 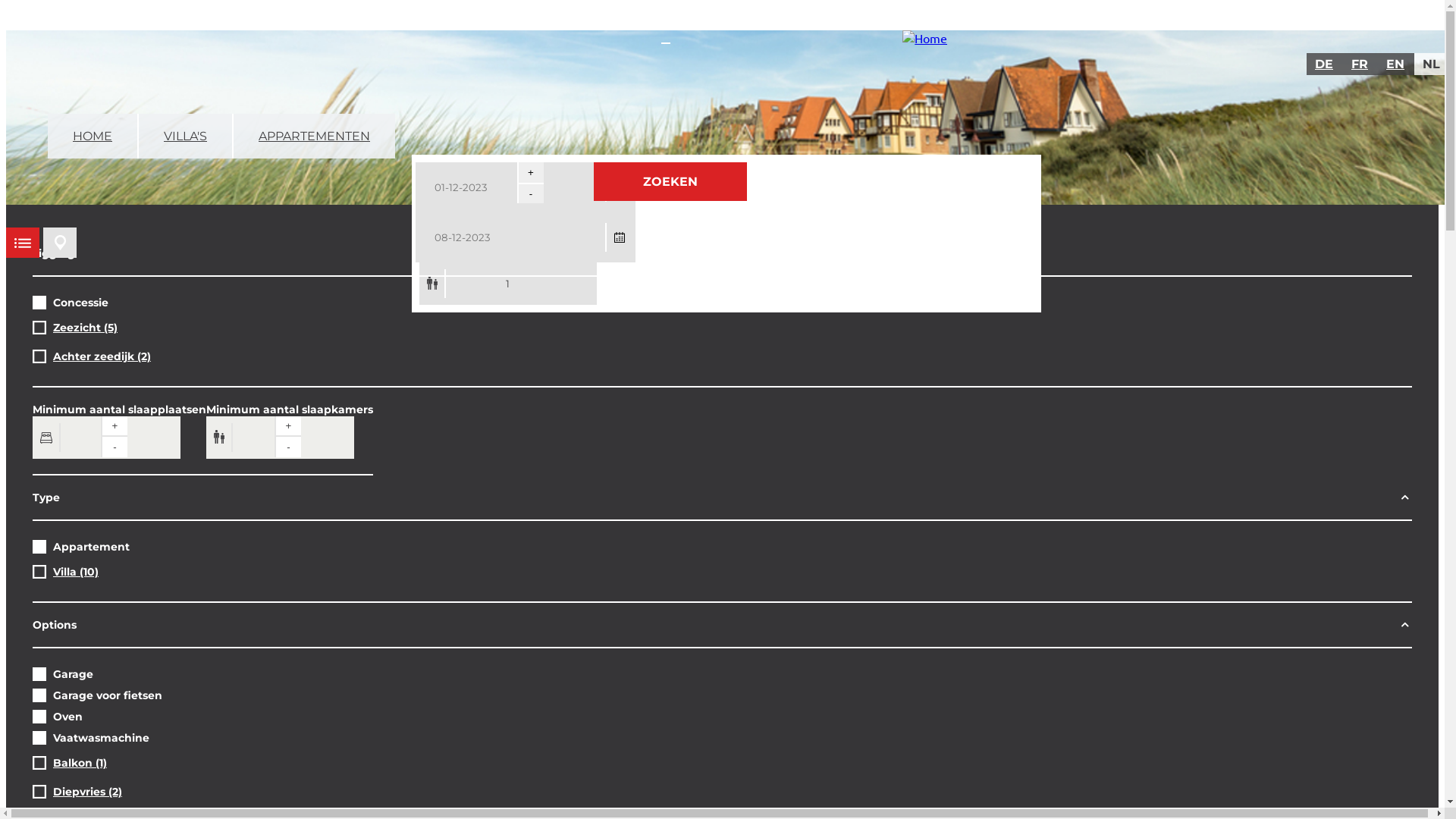 I want to click on 'ZOEKEN', so click(x=669, y=180).